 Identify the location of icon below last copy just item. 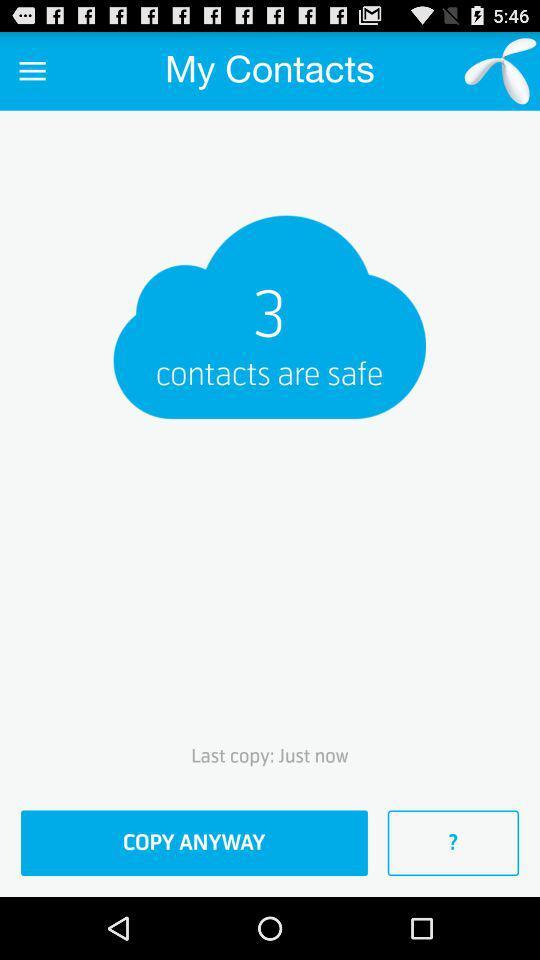
(194, 842).